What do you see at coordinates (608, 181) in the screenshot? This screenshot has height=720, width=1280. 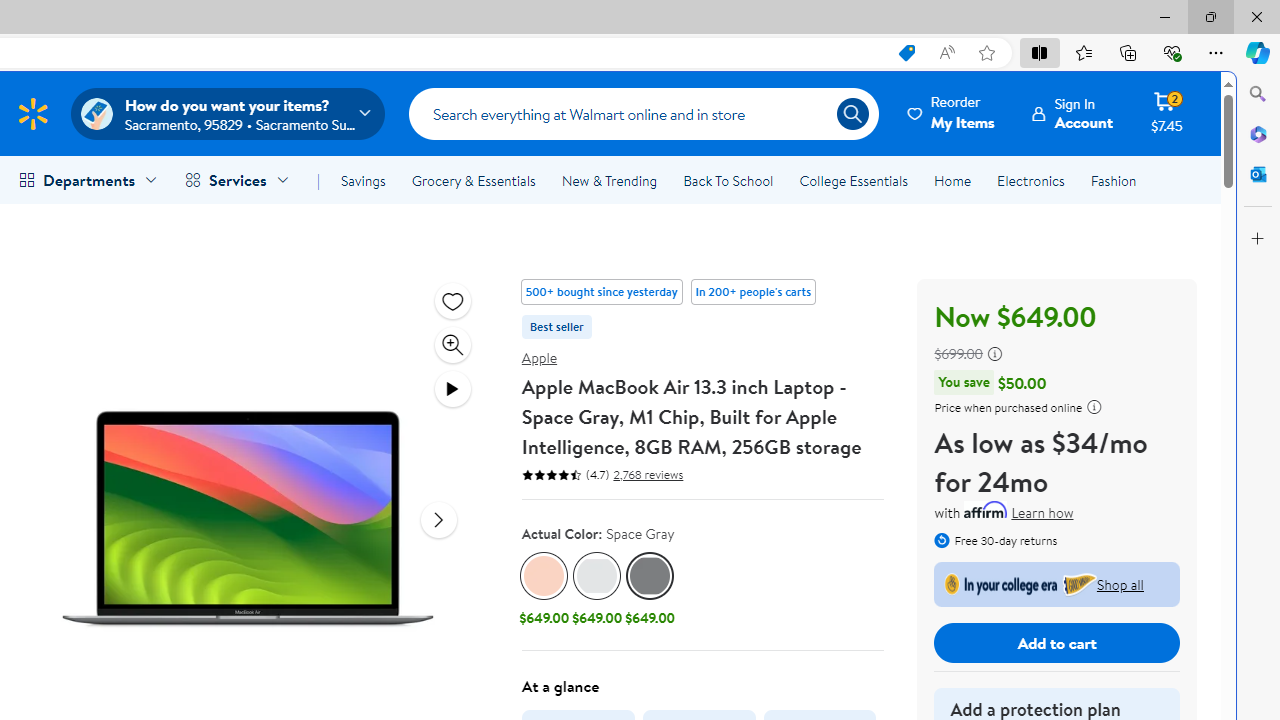 I see `'New & Trending'` at bounding box center [608, 181].